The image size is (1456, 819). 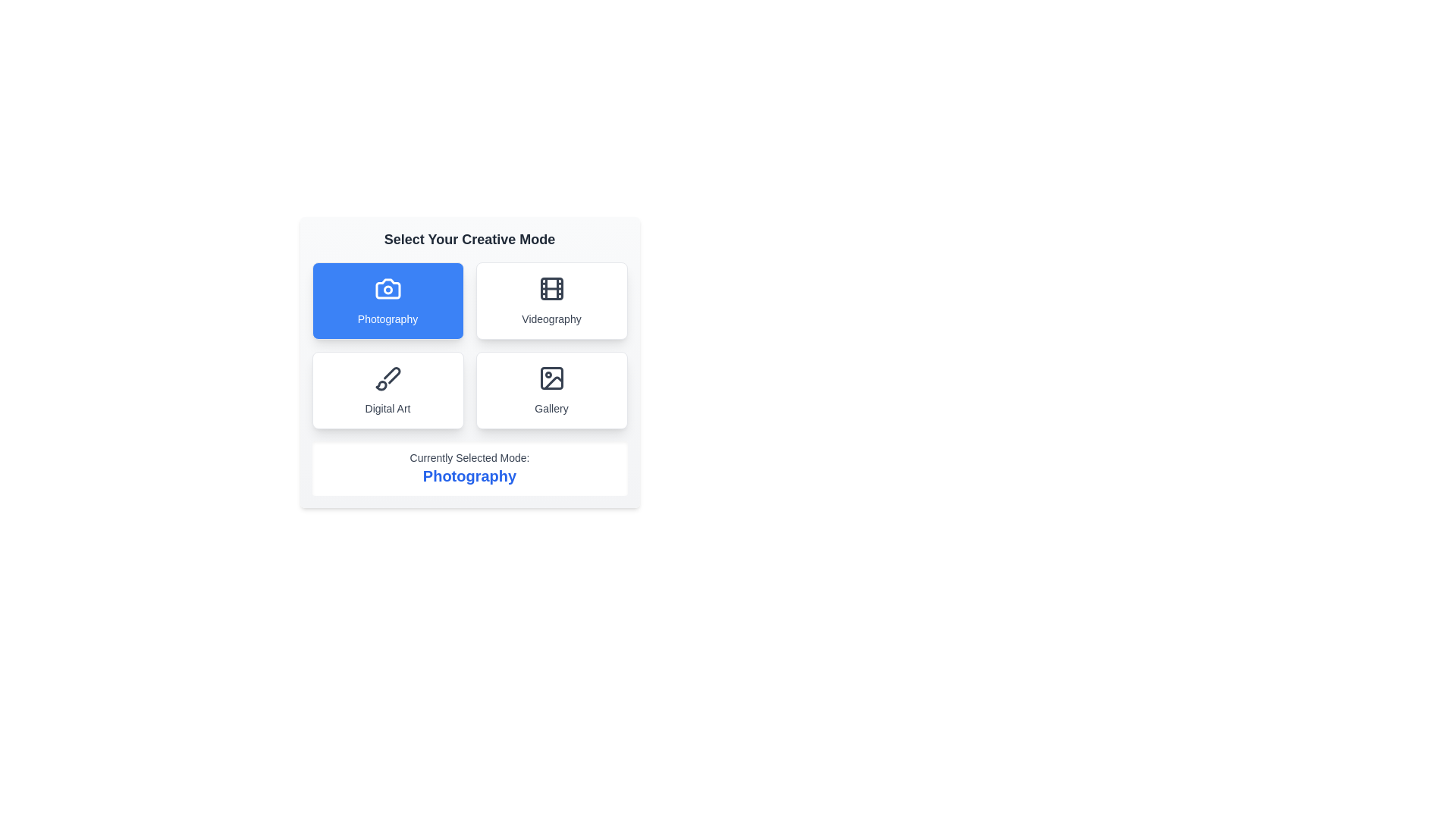 I want to click on the Digital Art button to observe hover effects, so click(x=388, y=390).